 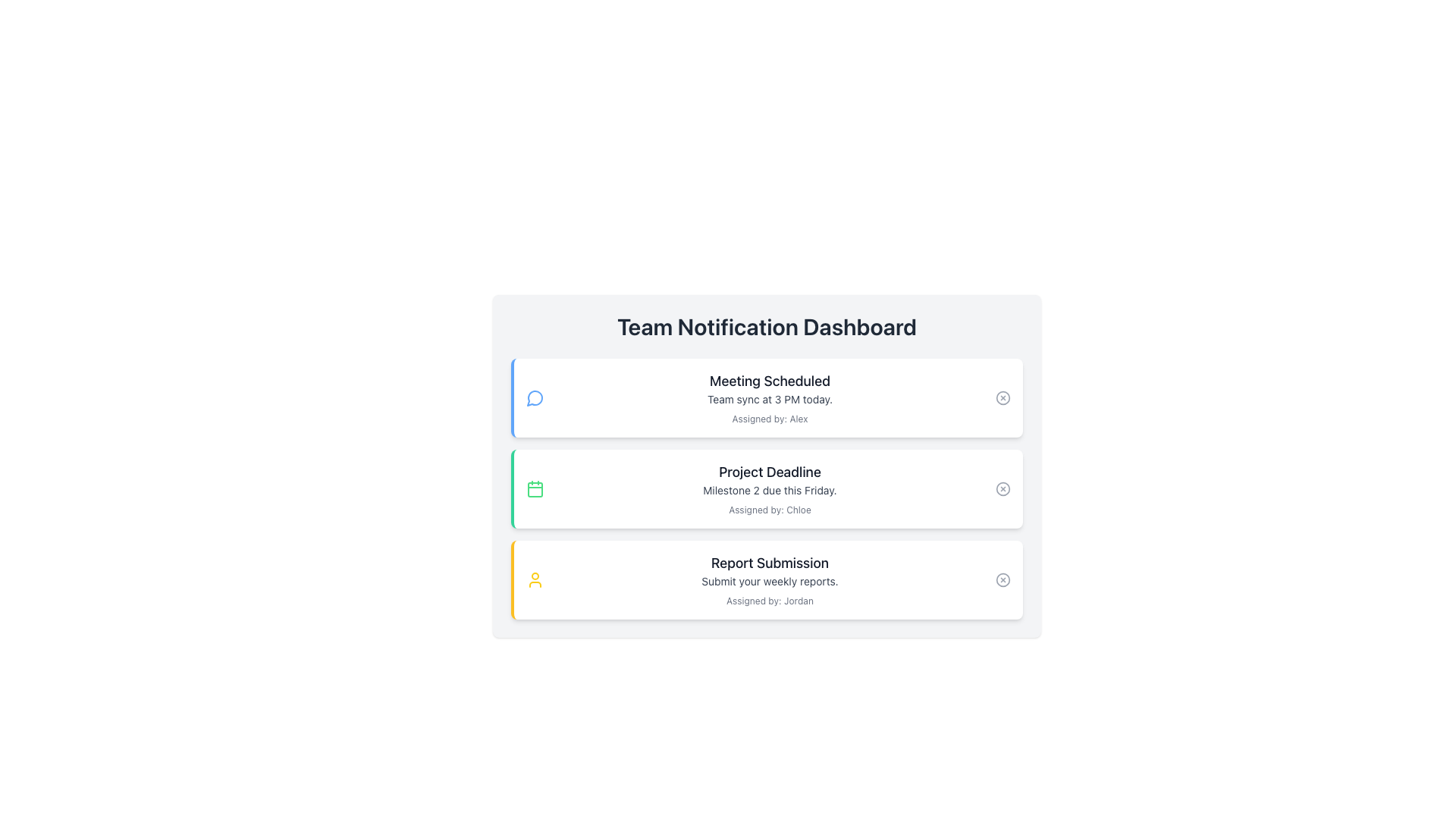 What do you see at coordinates (770, 510) in the screenshot?
I see `the non-interactive text element that presents information about the assignment personnel, located at the bottom of the 'Project Deadline' notification card` at bounding box center [770, 510].